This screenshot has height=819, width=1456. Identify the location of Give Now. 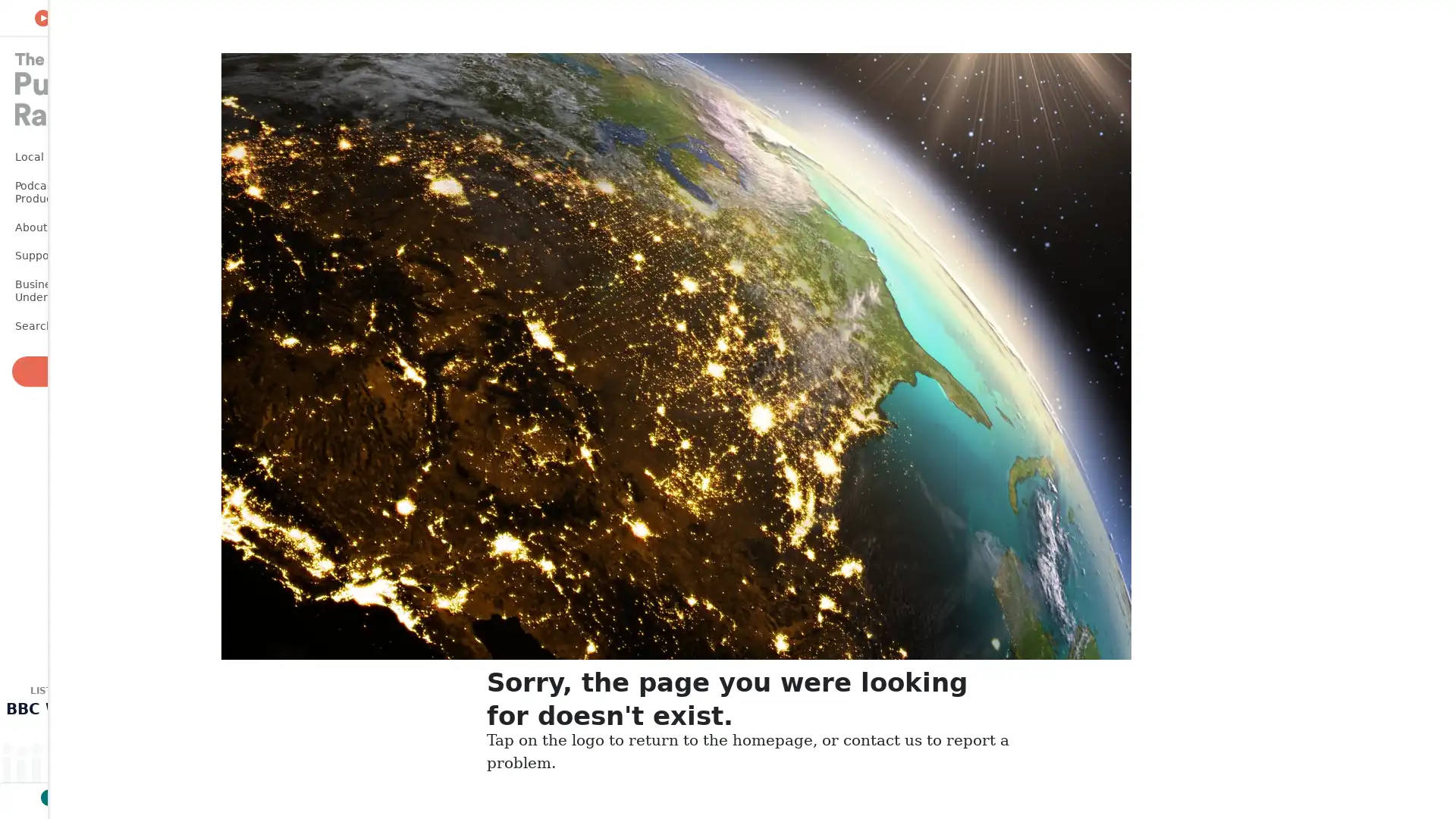
(75, 371).